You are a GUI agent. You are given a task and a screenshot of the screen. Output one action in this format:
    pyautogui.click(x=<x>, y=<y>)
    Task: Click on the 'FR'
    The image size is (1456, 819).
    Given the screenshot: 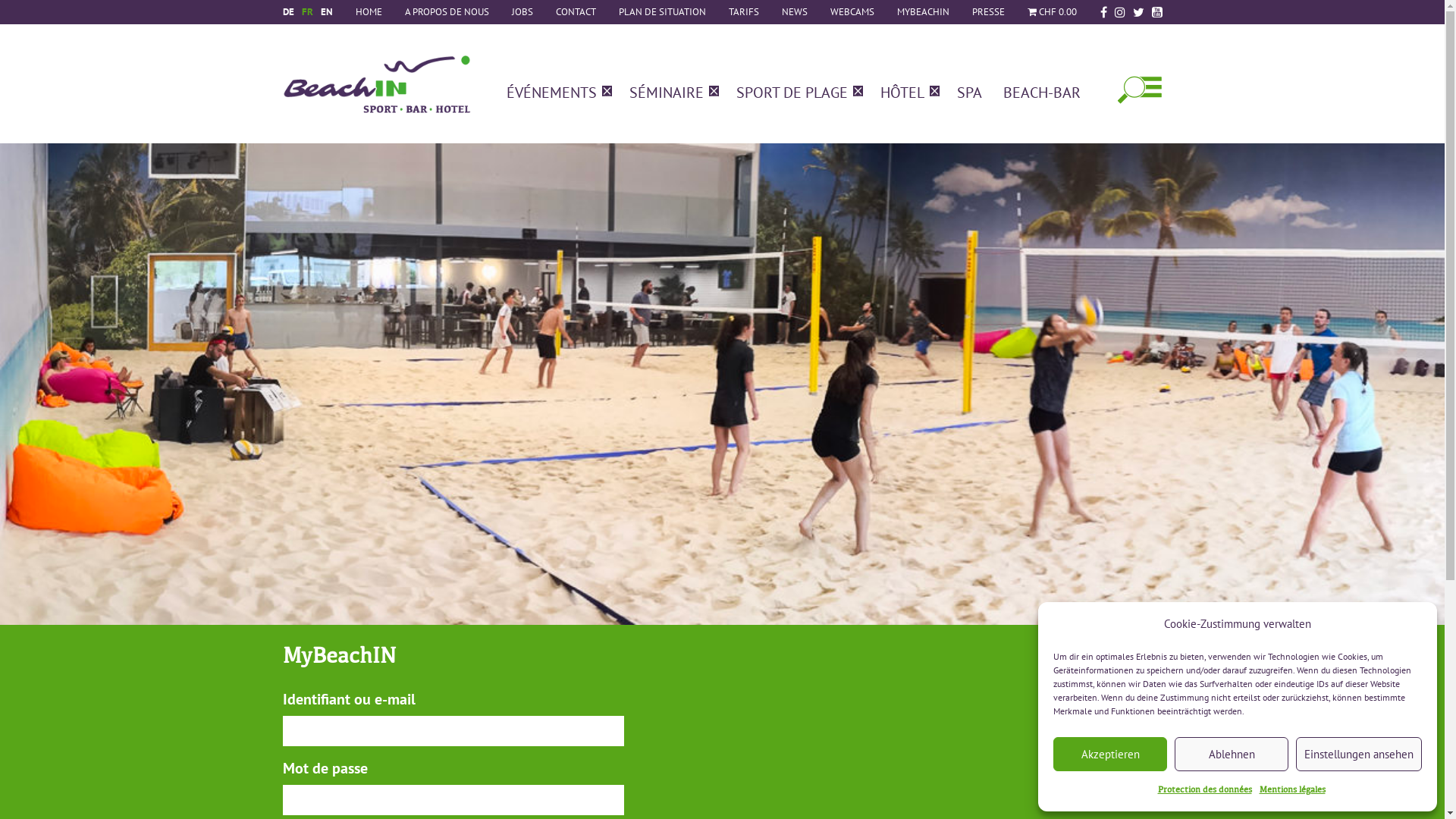 What is the action you would take?
    pyautogui.click(x=306, y=11)
    